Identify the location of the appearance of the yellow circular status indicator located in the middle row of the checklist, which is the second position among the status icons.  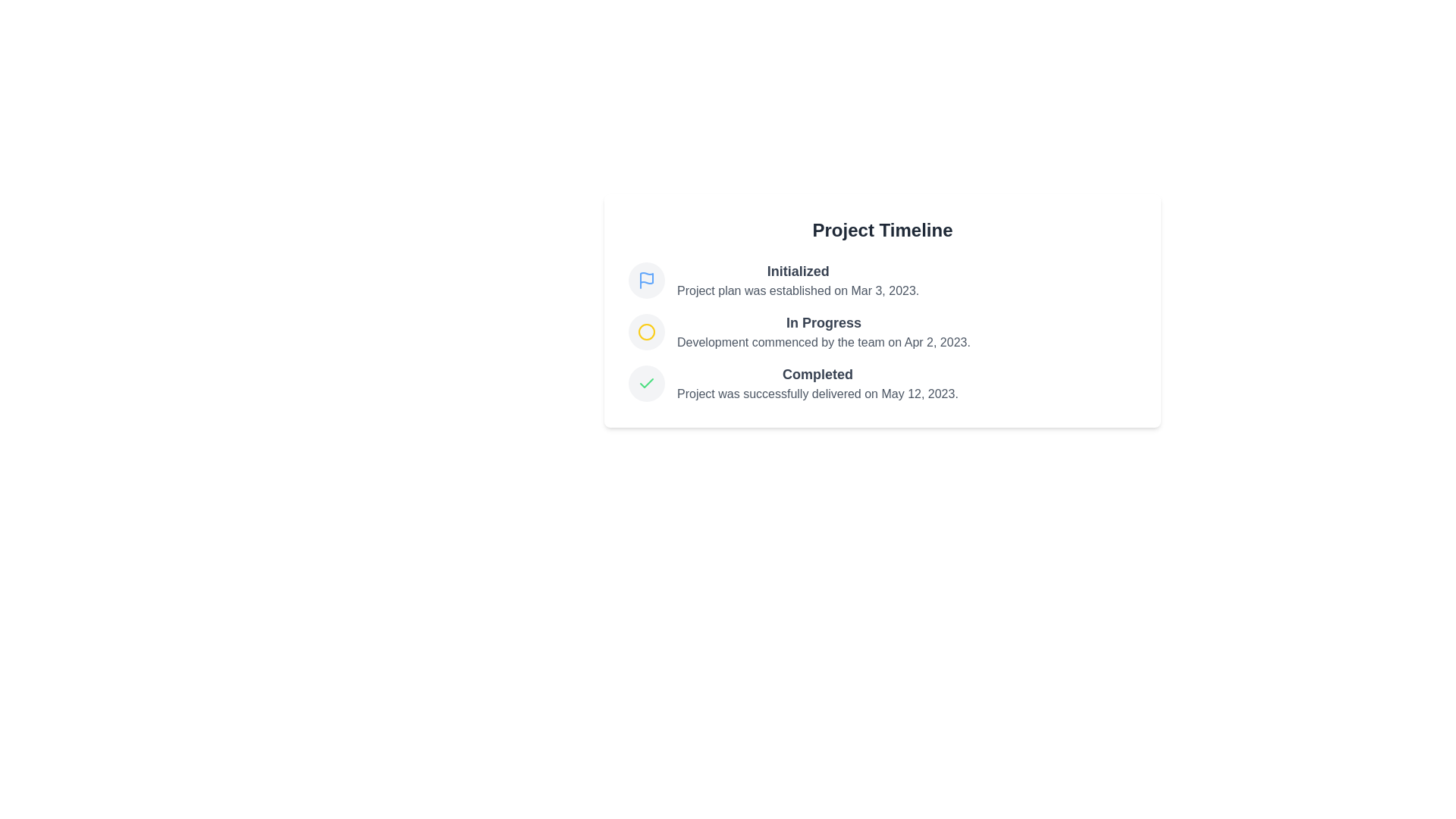
(647, 331).